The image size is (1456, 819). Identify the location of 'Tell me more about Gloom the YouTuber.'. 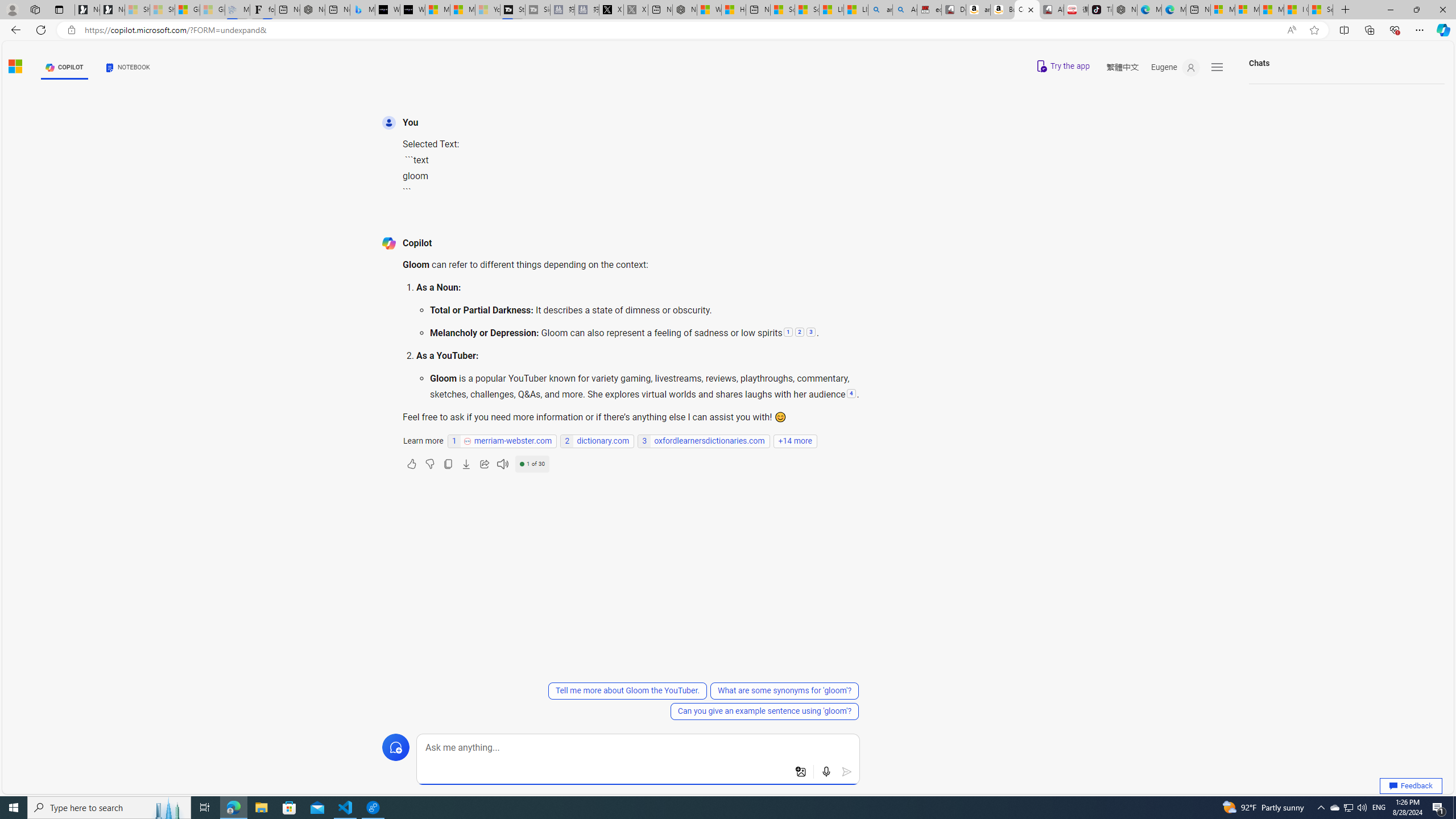
(627, 690).